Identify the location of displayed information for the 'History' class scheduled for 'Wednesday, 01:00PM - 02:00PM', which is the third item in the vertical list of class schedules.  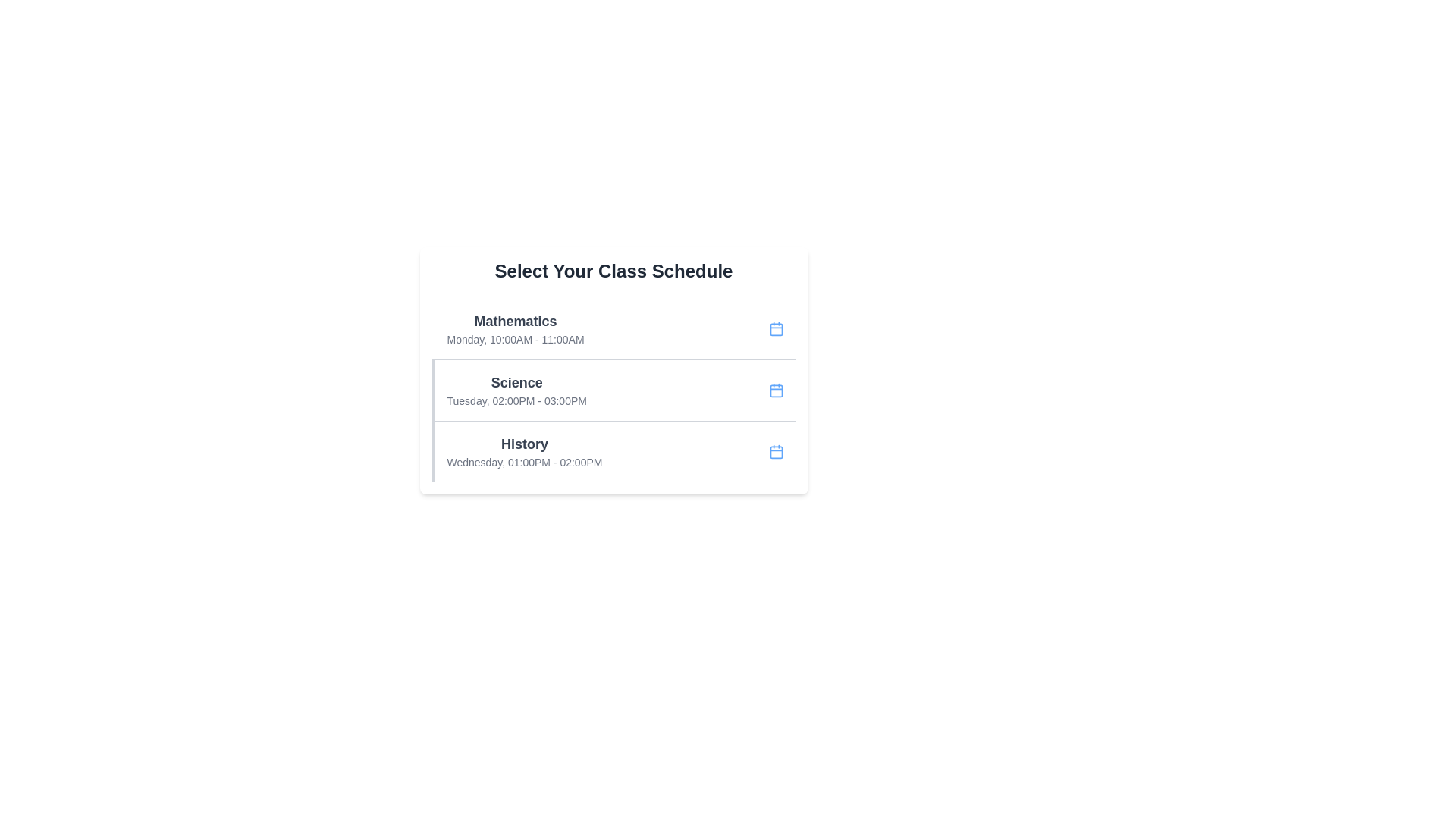
(613, 450).